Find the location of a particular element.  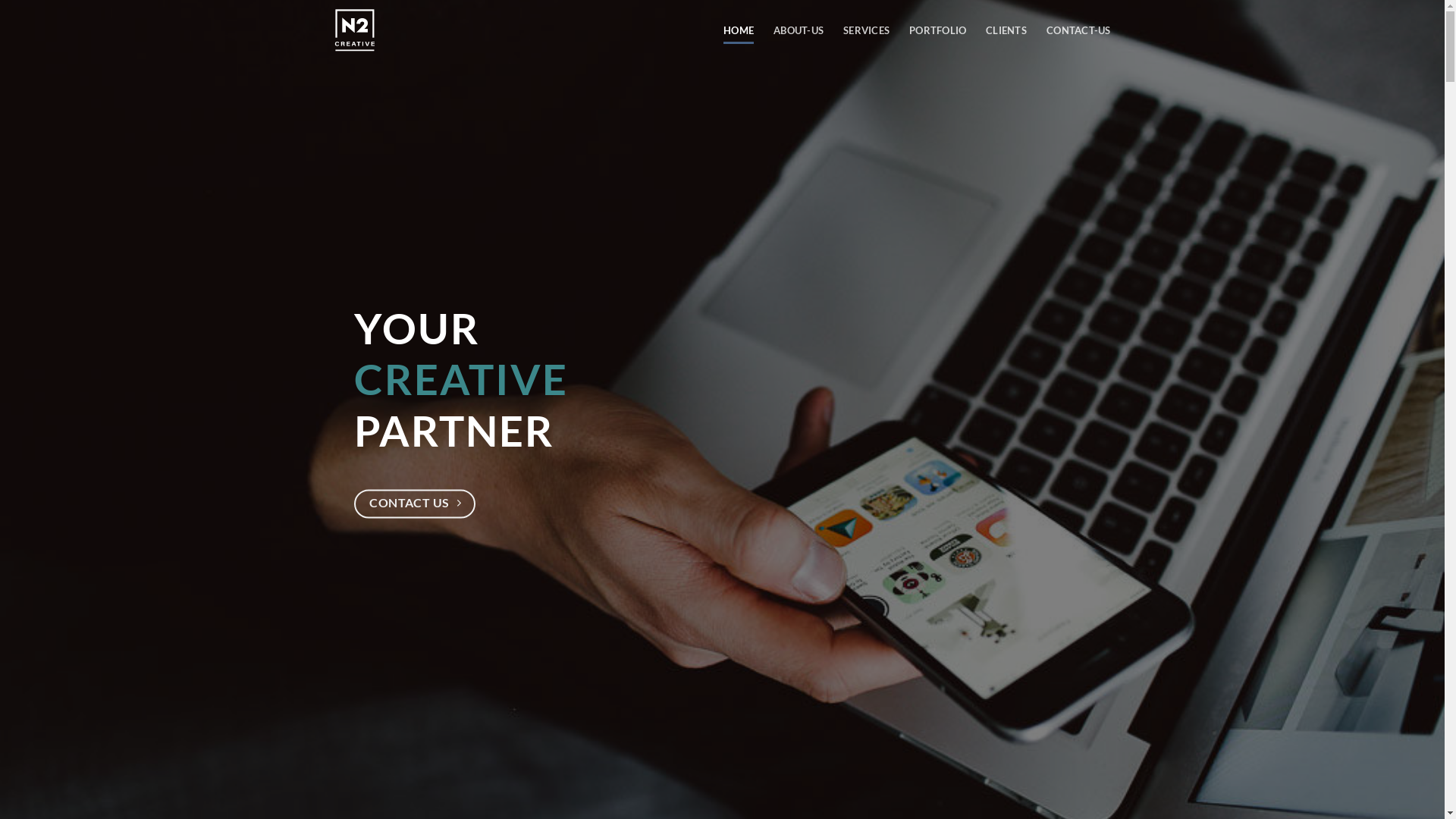

'Skip to content' is located at coordinates (0, 0).